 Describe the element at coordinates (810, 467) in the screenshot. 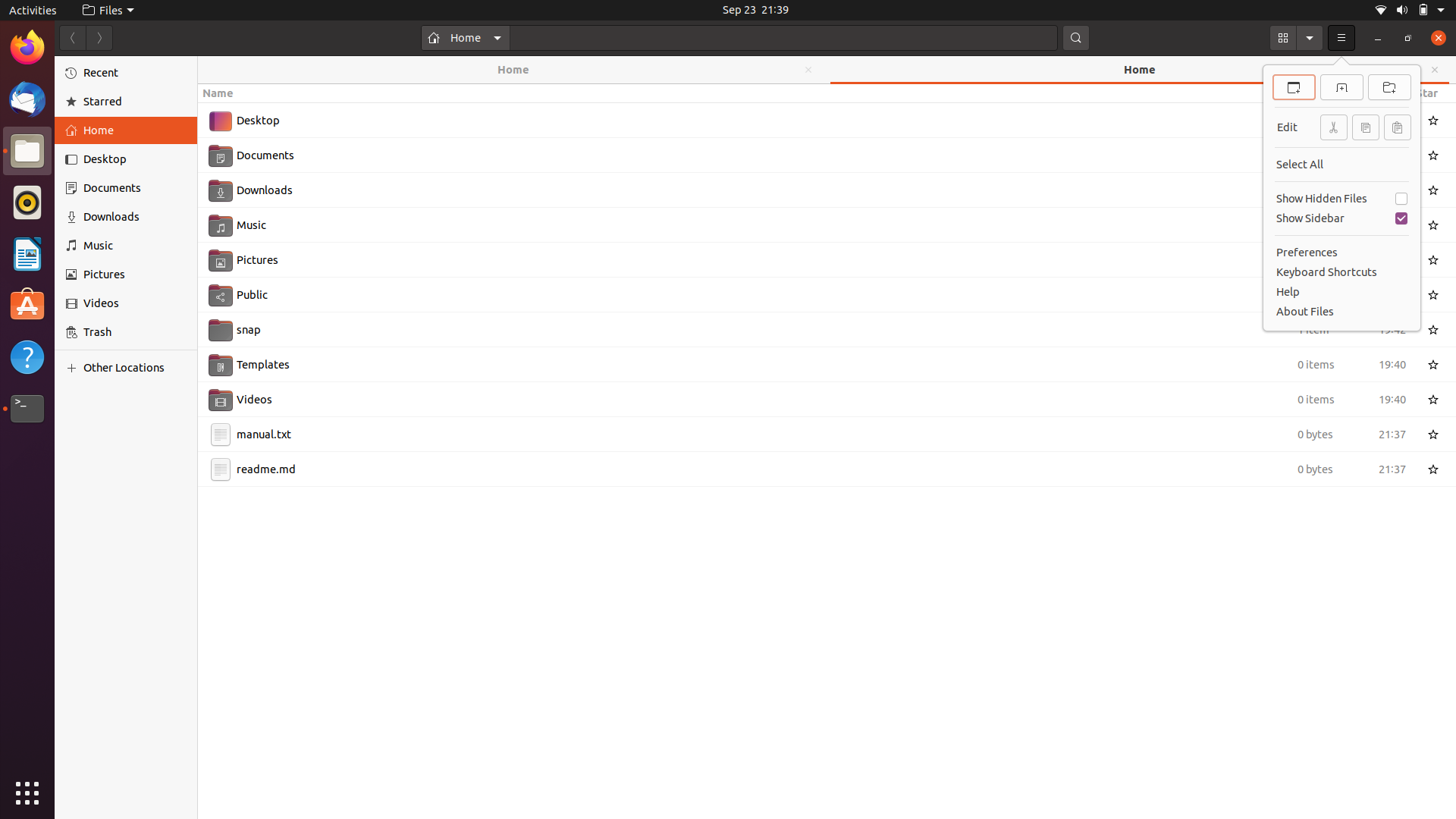

I see `Make a copy of the file named readme.md via keyboard commands` at that location.